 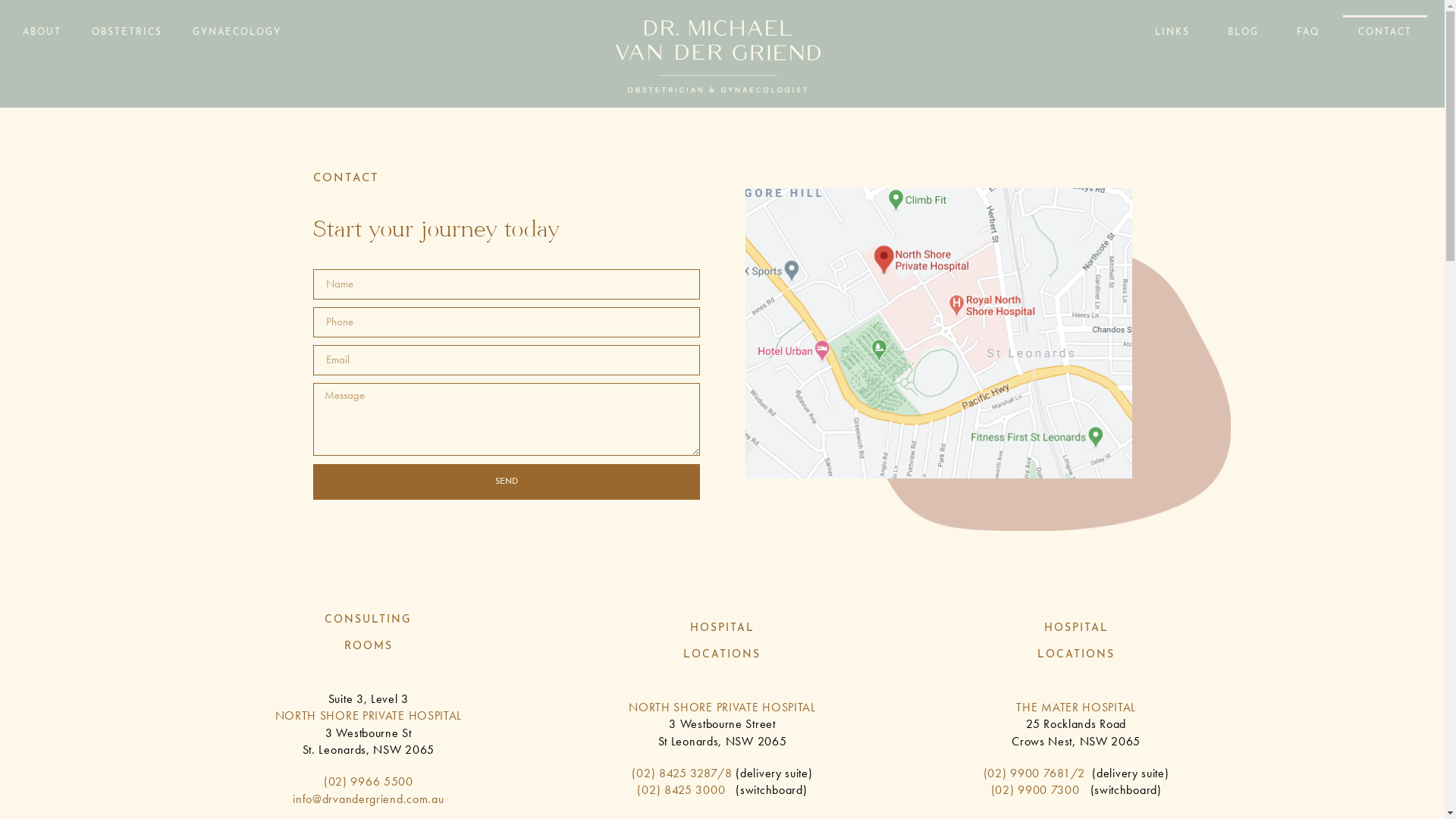 What do you see at coordinates (506, 482) in the screenshot?
I see `'SEND'` at bounding box center [506, 482].